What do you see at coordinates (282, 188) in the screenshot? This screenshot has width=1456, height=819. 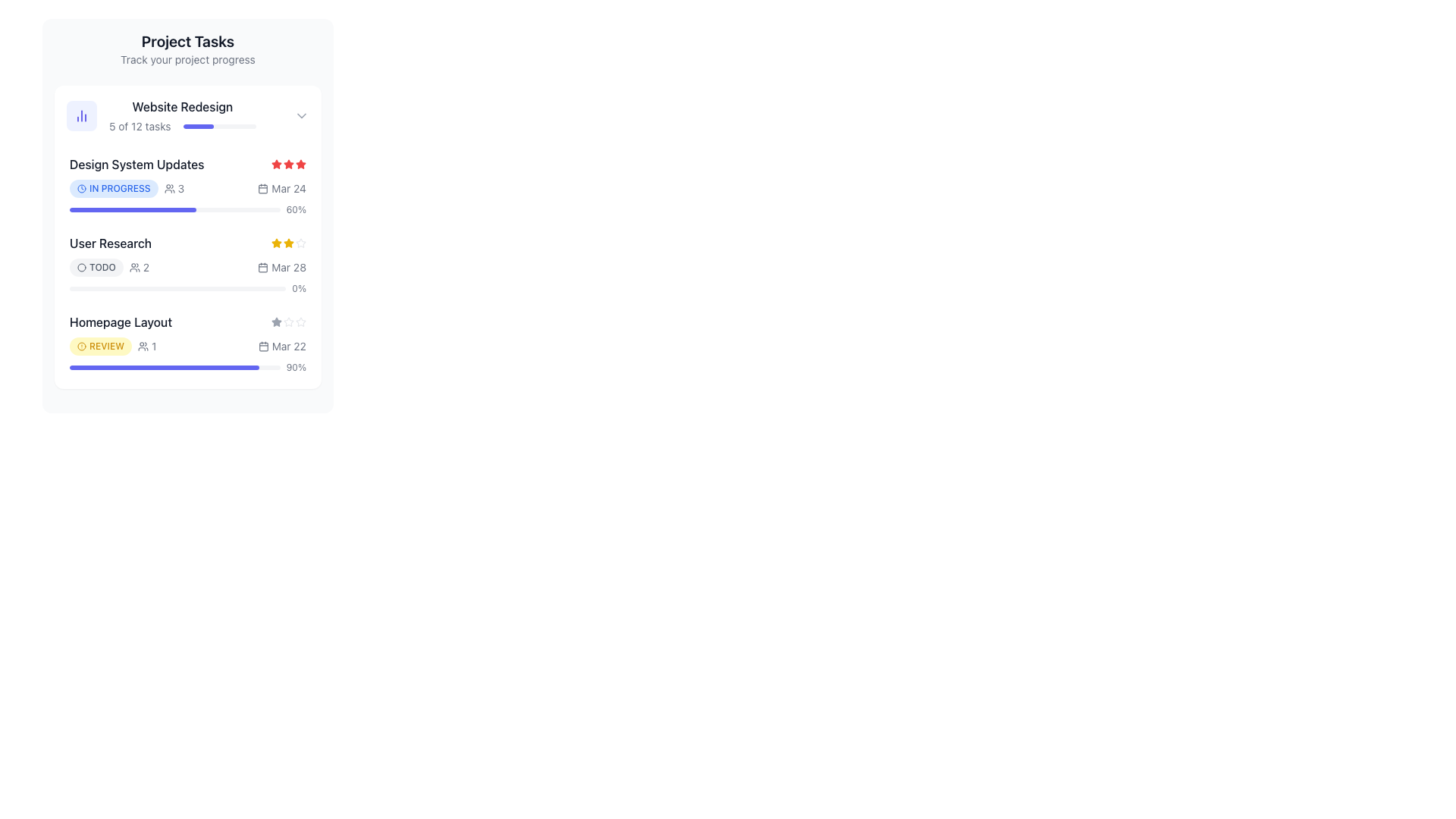 I see `the informational text element indicating the date associated with the task 'Design System Updates', positioned next to the 'IN PROGRESS' label and the number '3'` at bounding box center [282, 188].